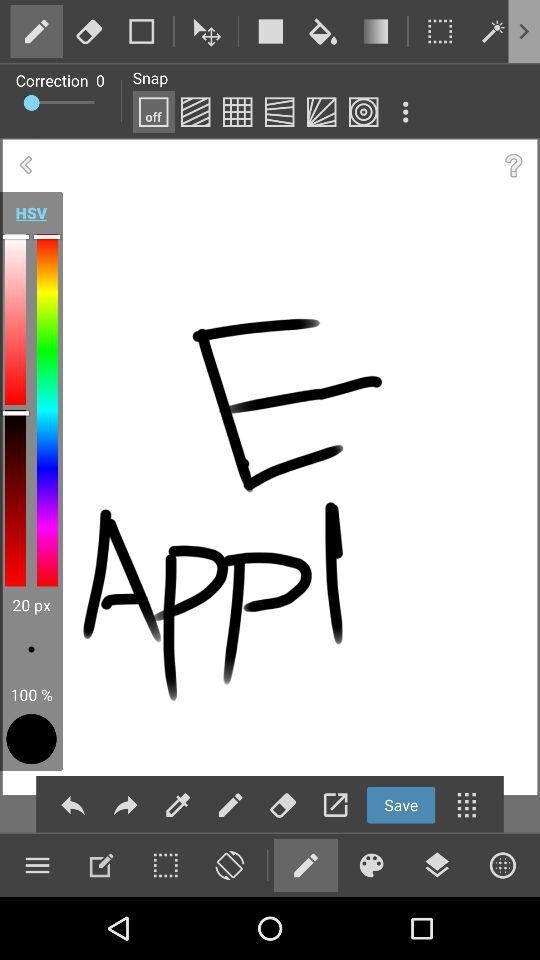 The height and width of the screenshot is (960, 540). Describe the element at coordinates (282, 805) in the screenshot. I see `erase the letter` at that location.